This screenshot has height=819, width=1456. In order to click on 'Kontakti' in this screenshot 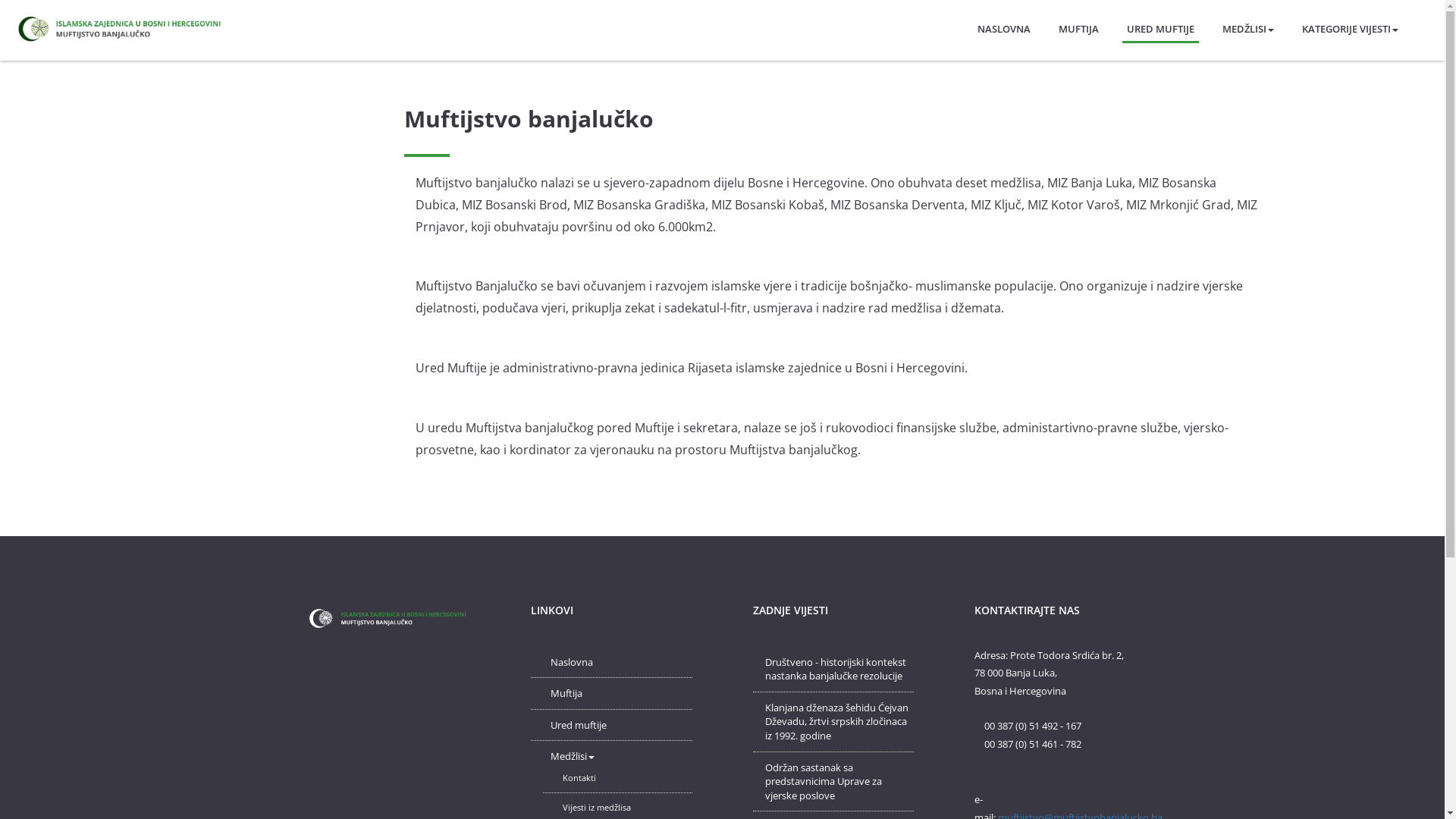, I will do `click(578, 777)`.